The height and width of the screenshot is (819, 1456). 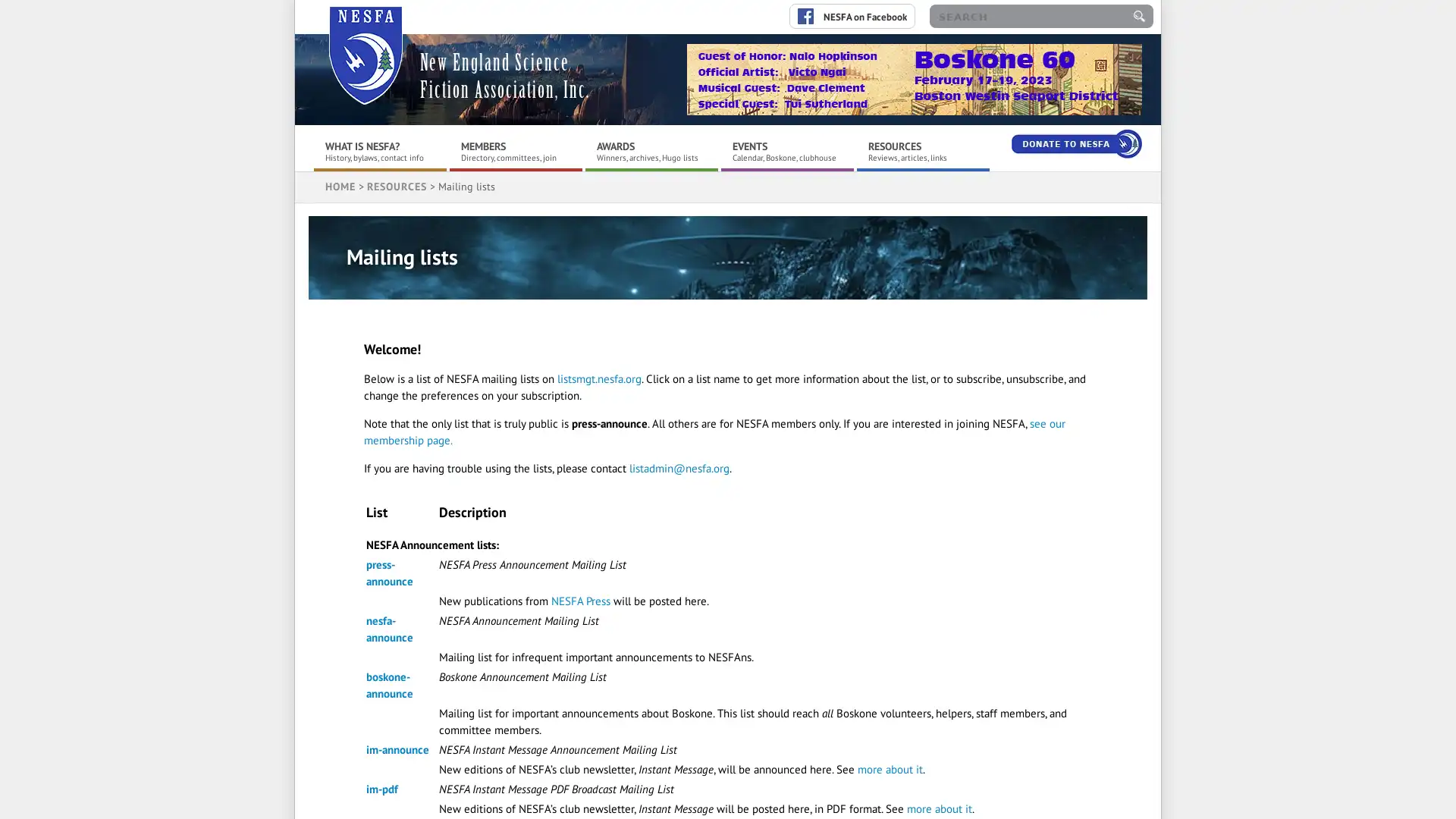 I want to click on submit, so click(x=1139, y=16).